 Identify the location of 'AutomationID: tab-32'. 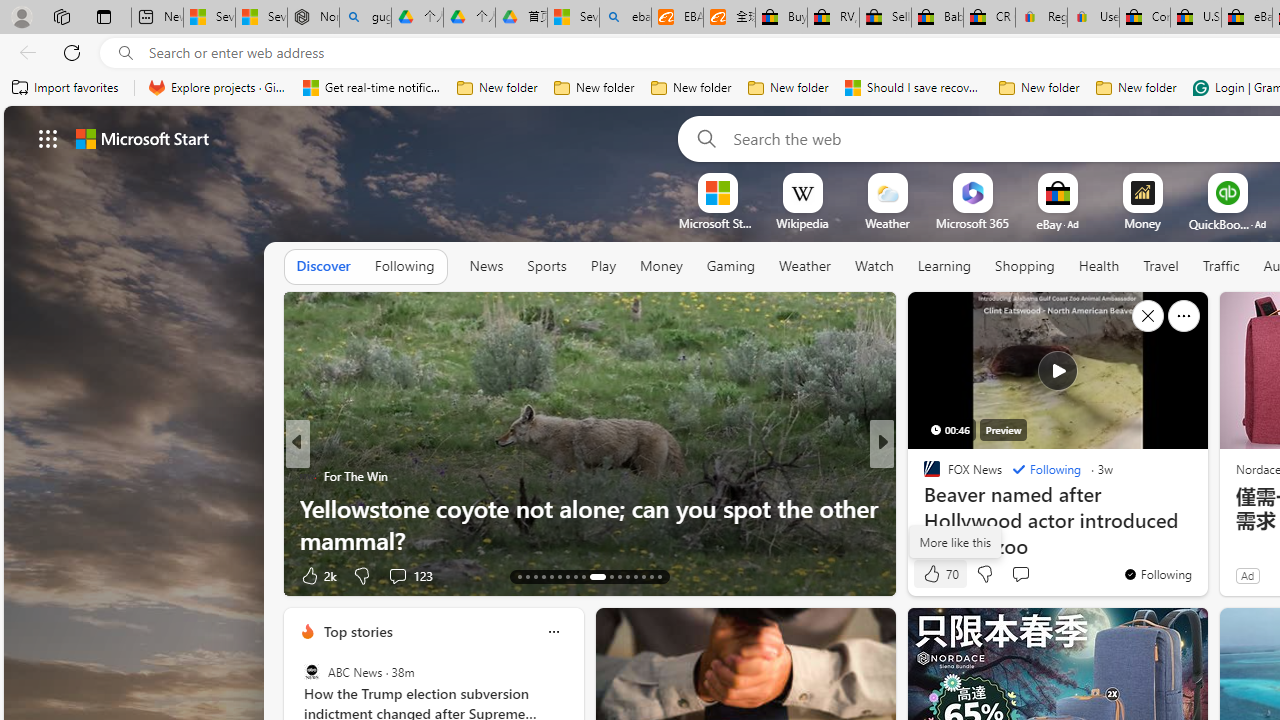
(634, 577).